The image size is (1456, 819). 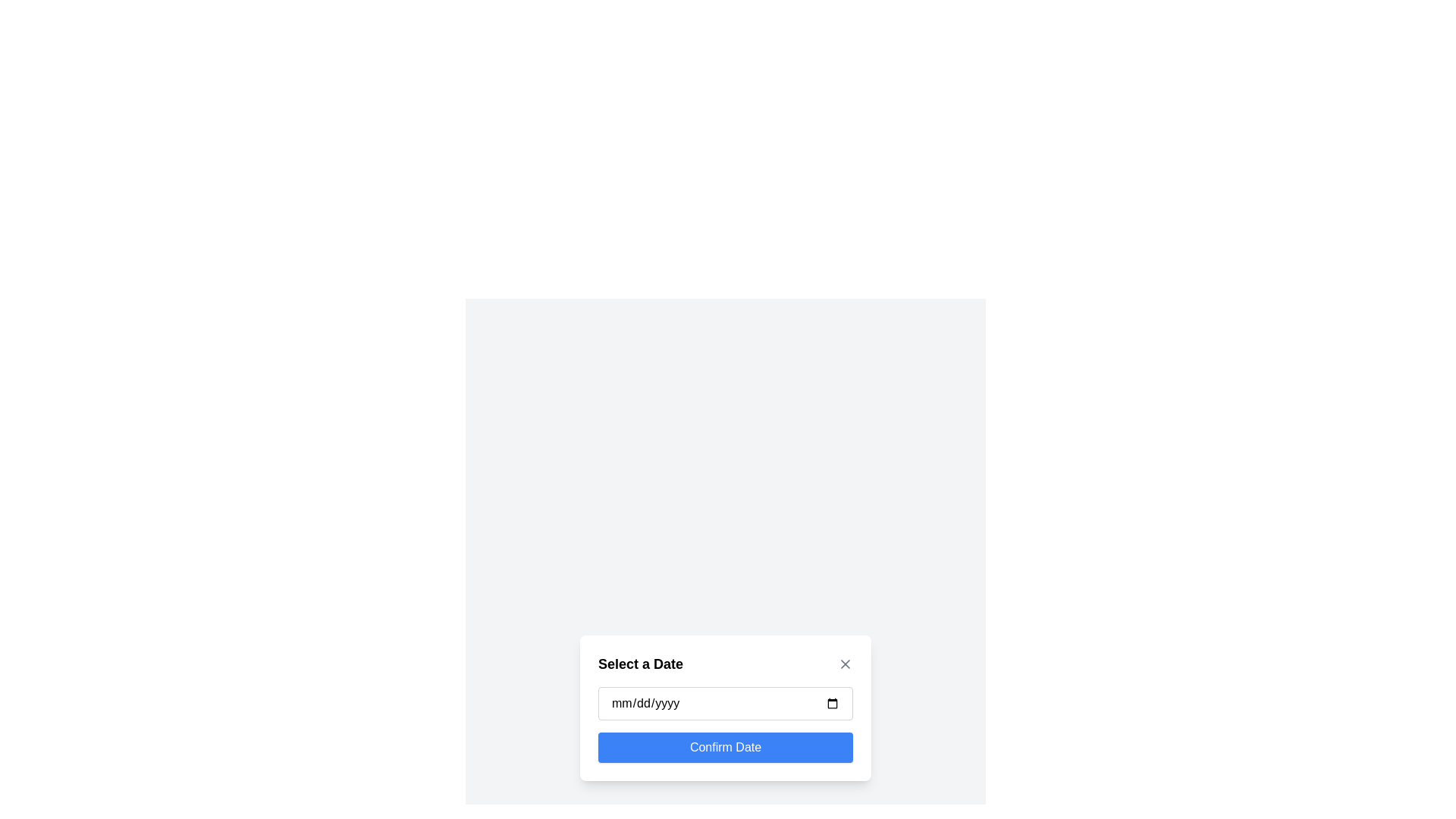 I want to click on the 'Confirm Date' button, which is a rectangular button with a blue background and white text, located at the bottom of the 'Select a Date' dialog box, so click(x=724, y=747).